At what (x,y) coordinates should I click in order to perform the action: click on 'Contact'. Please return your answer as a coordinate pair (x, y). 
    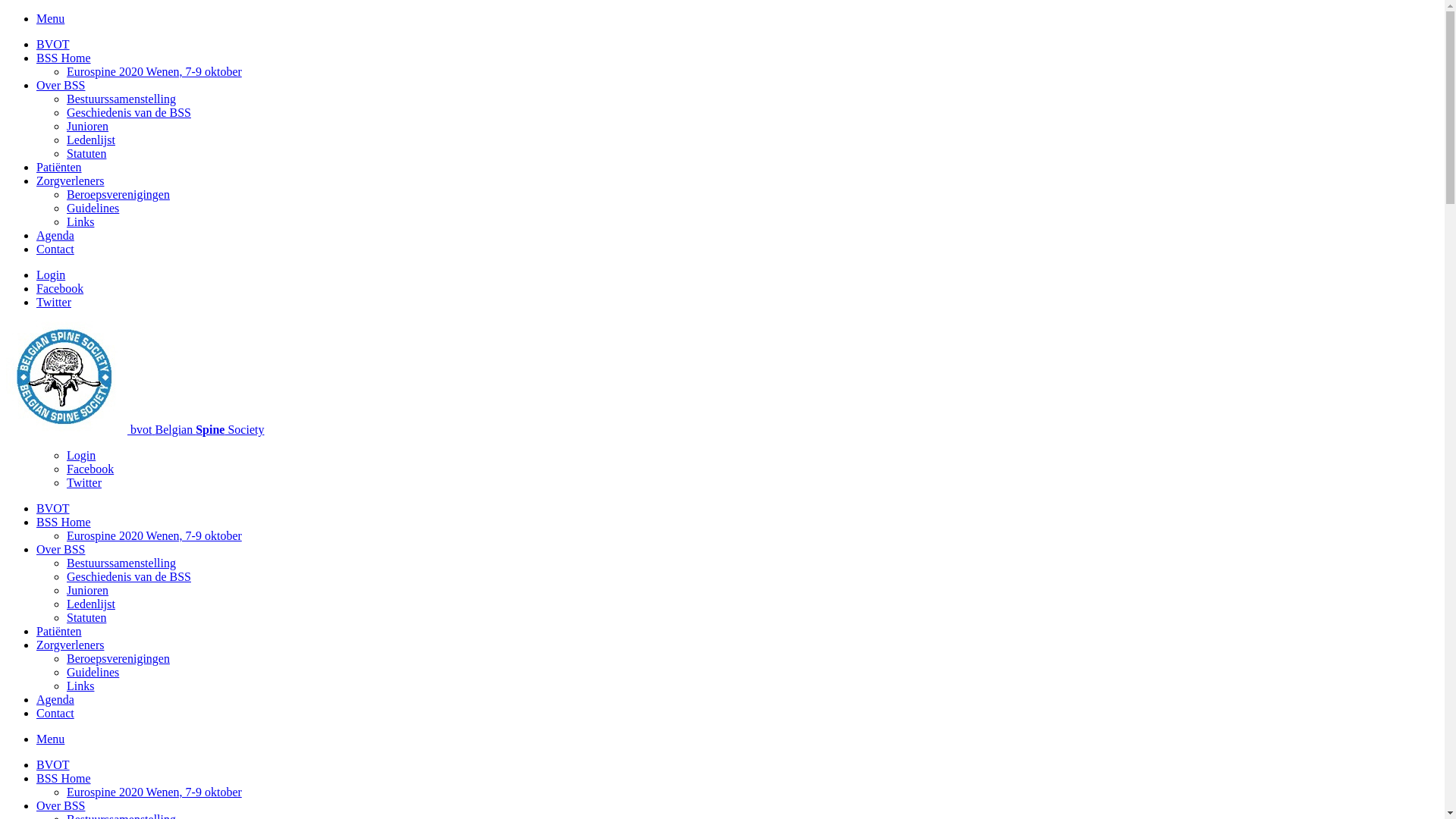
    Looking at the image, I should click on (55, 248).